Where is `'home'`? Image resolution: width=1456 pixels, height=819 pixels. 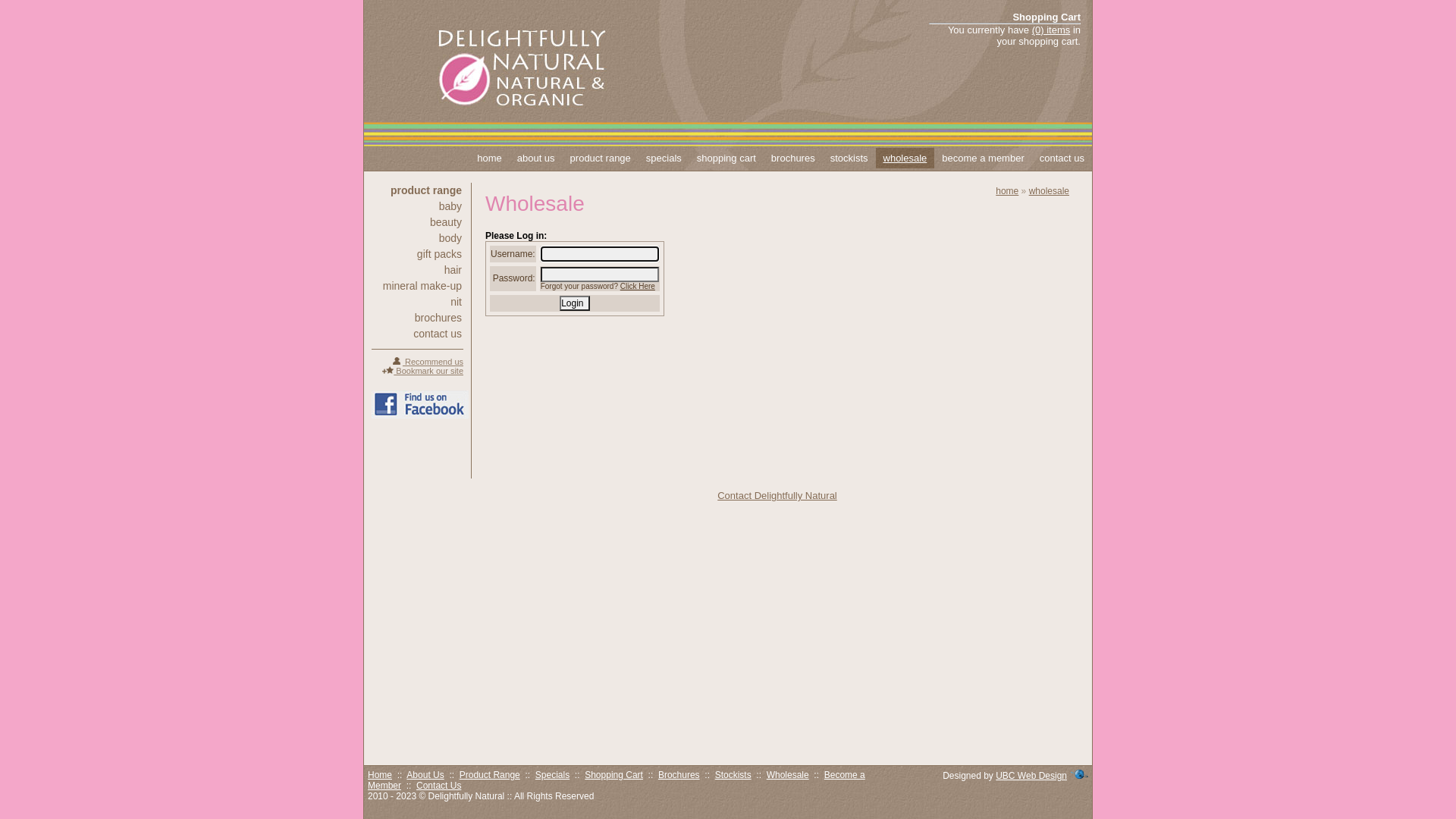
'home' is located at coordinates (1007, 190).